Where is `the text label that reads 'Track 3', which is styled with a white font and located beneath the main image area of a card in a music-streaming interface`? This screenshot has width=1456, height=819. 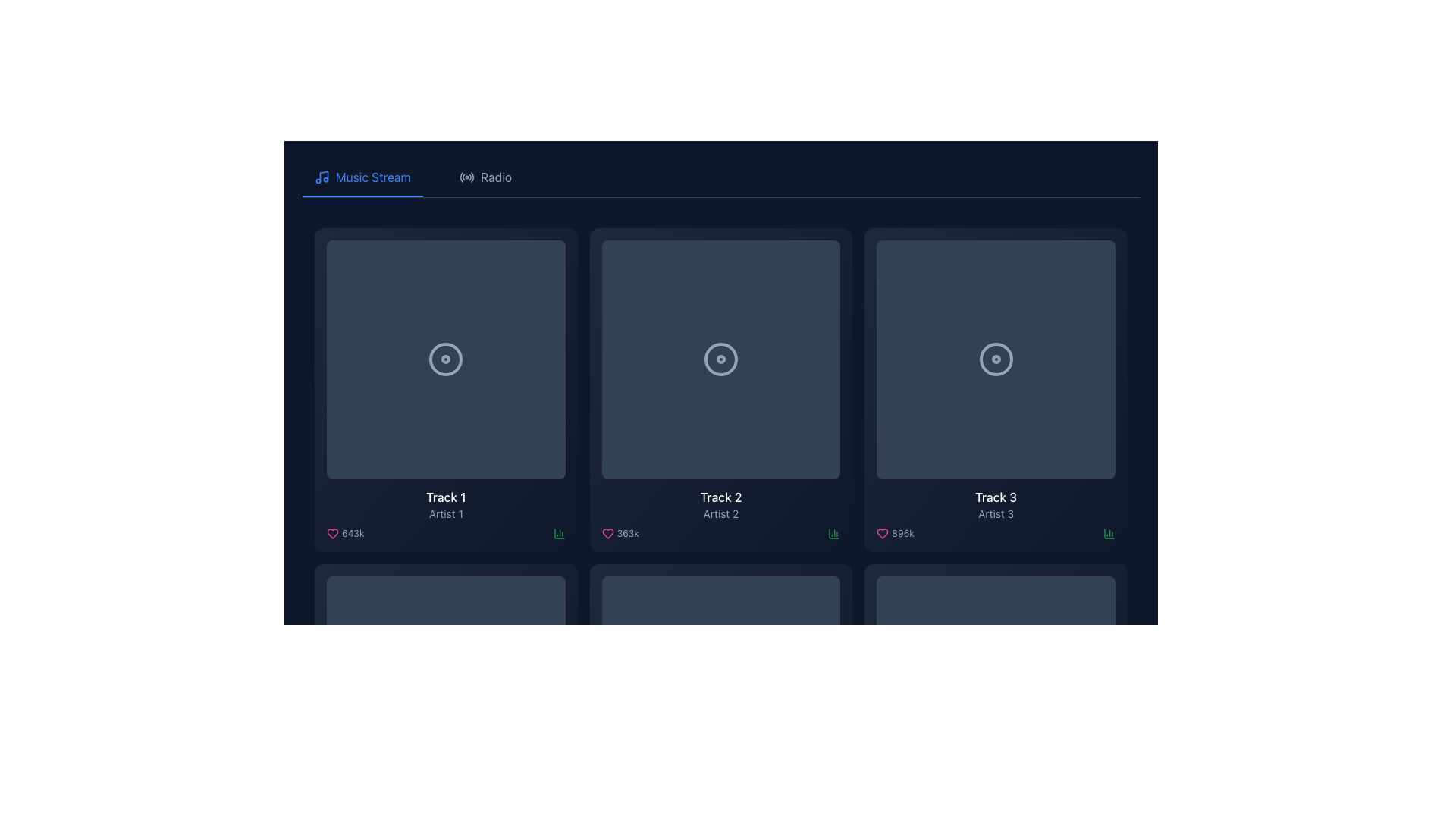 the text label that reads 'Track 3', which is styled with a white font and located beneath the main image area of a card in a music-streaming interface is located at coordinates (996, 497).